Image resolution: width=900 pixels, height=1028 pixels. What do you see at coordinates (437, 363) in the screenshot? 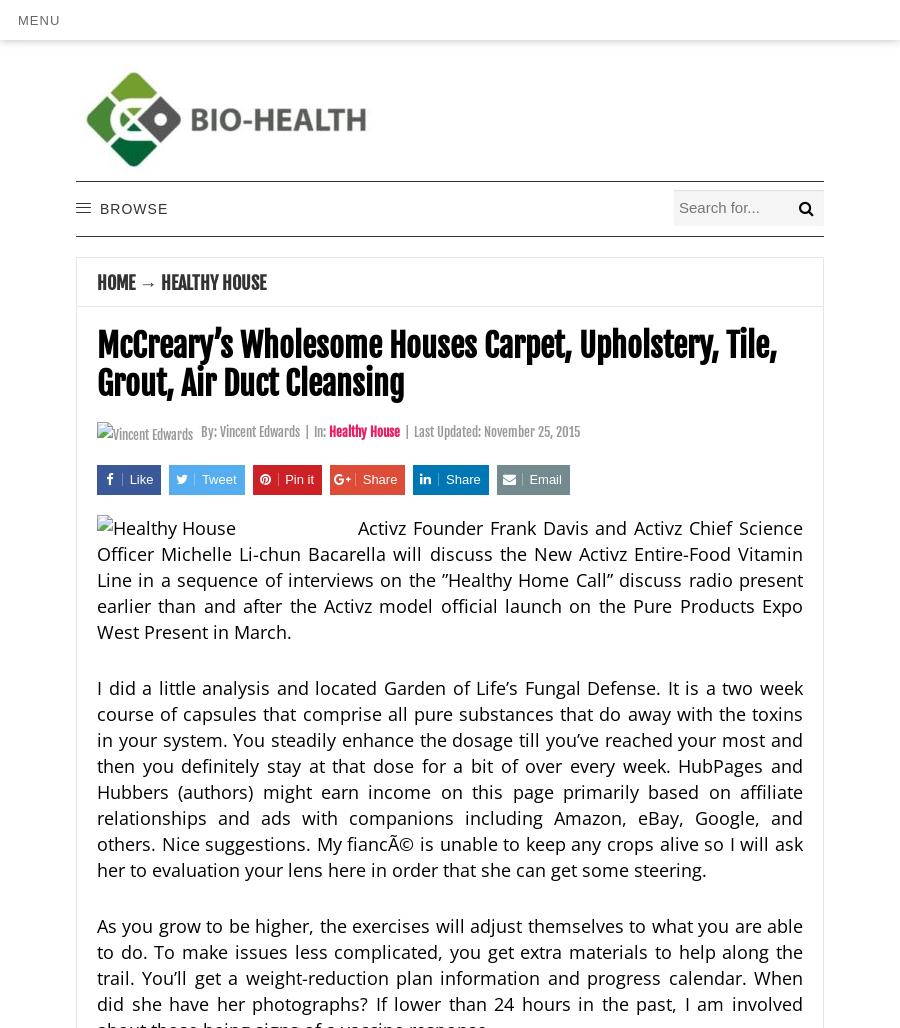
I see `'McCreary’s Wholesome Houses Carpet, Upholstery, Tile, Grout, Air Duct Cleansing'` at bounding box center [437, 363].